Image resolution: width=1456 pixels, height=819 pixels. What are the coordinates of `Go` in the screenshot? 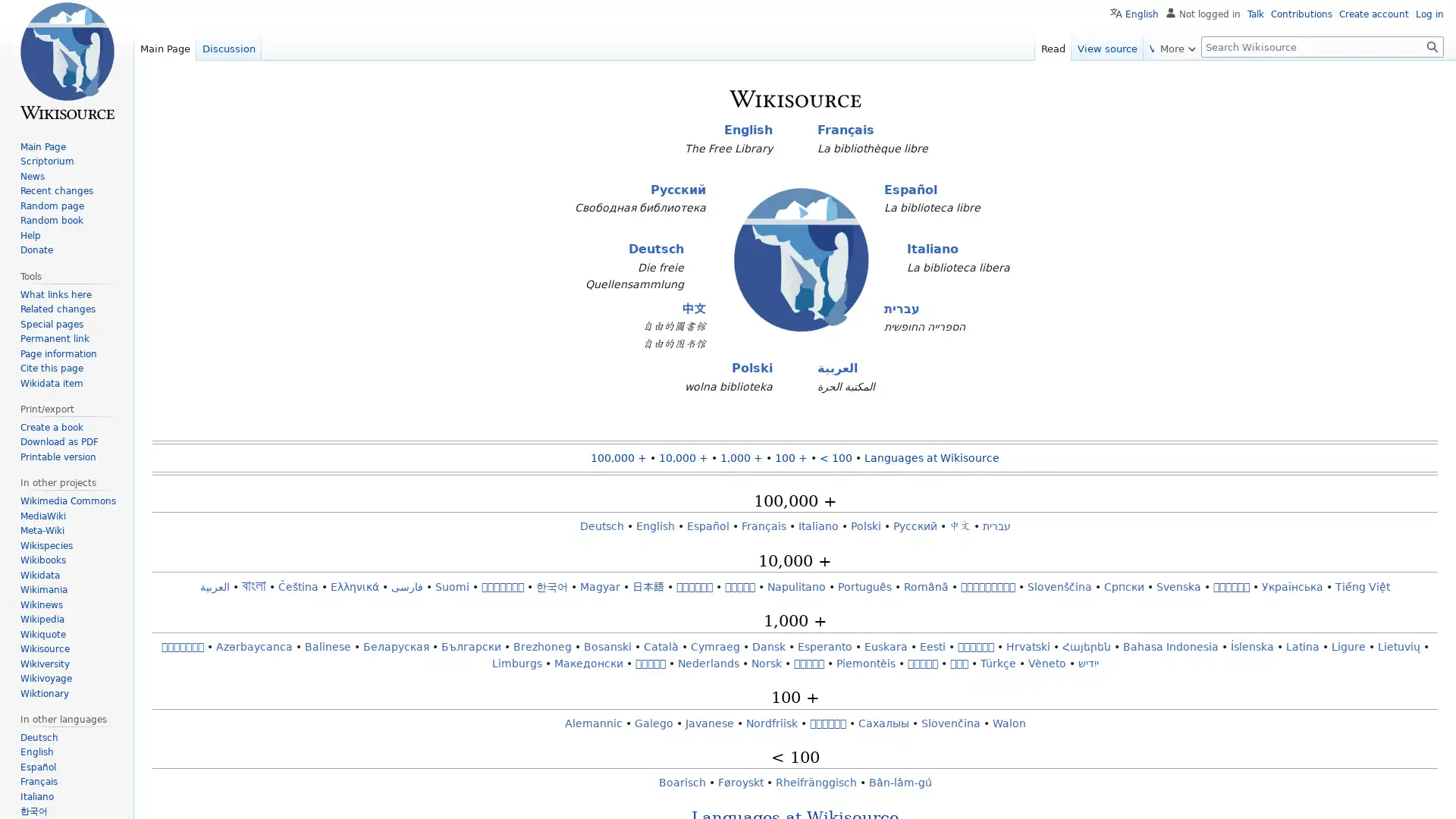 It's located at (1432, 45).